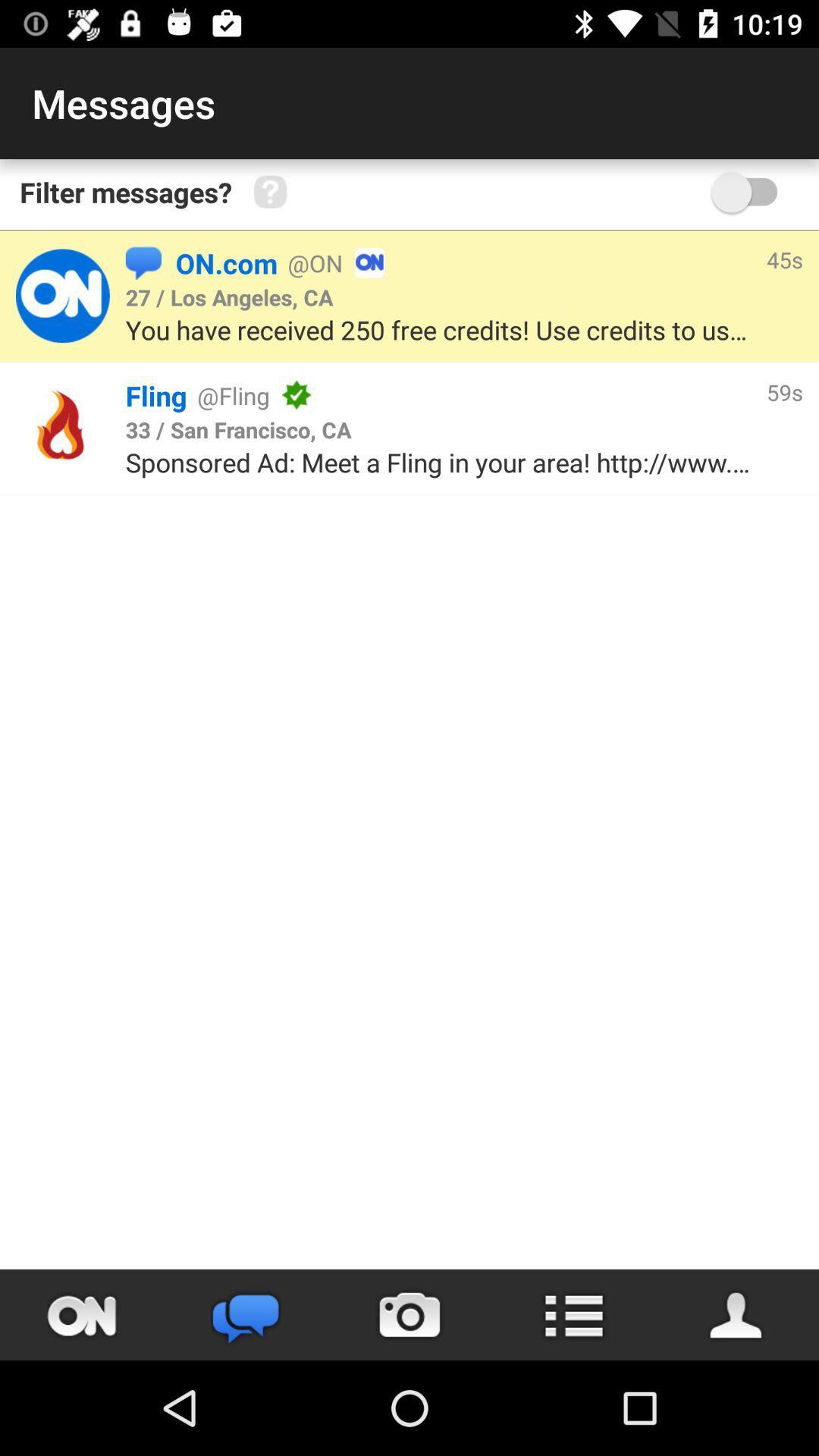 Image resolution: width=819 pixels, height=1456 pixels. I want to click on show list, so click(573, 1314).